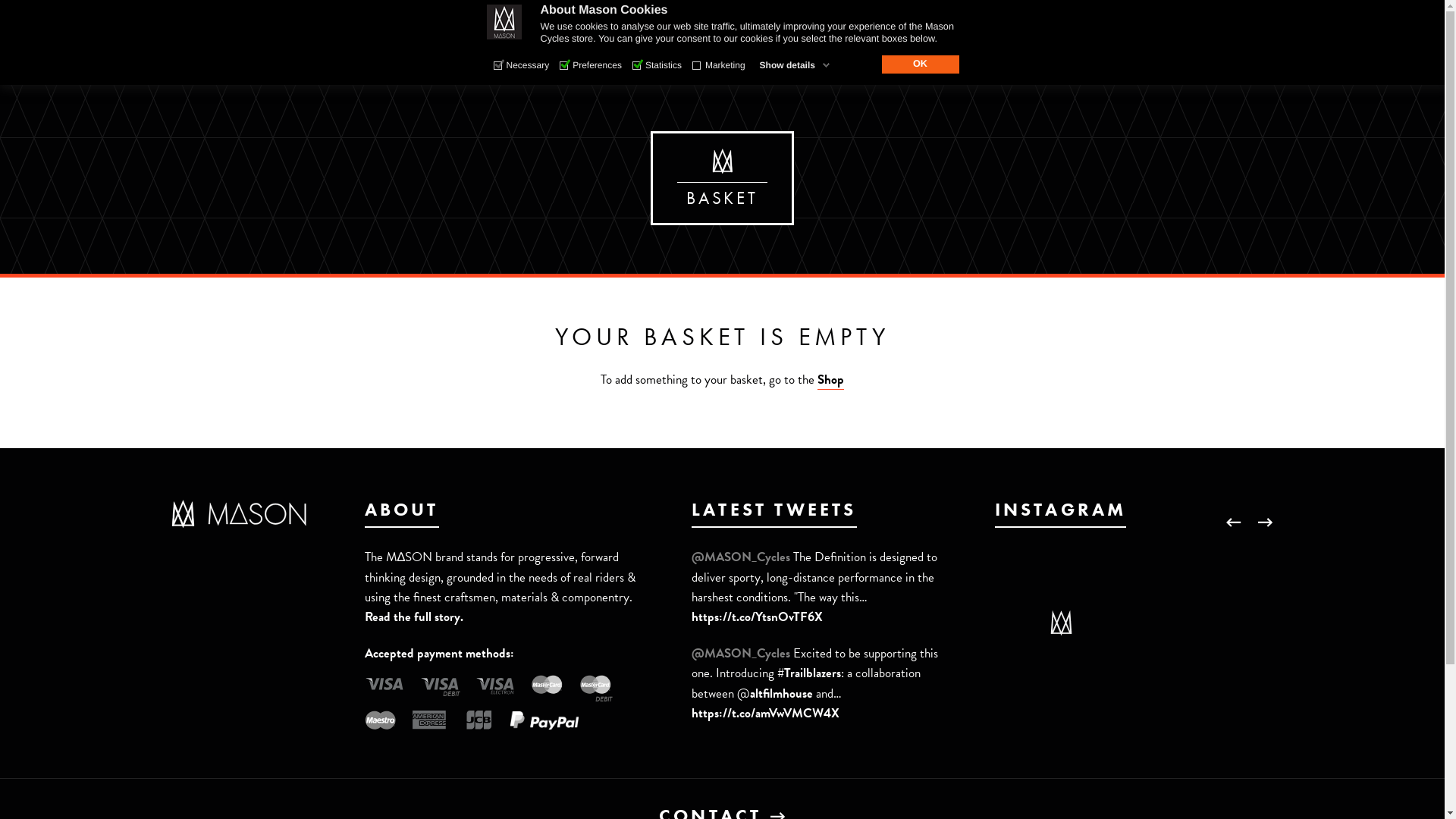 This screenshot has width=1456, height=819. Describe the element at coordinates (880, 55) in the screenshot. I see `'BLOG'` at that location.